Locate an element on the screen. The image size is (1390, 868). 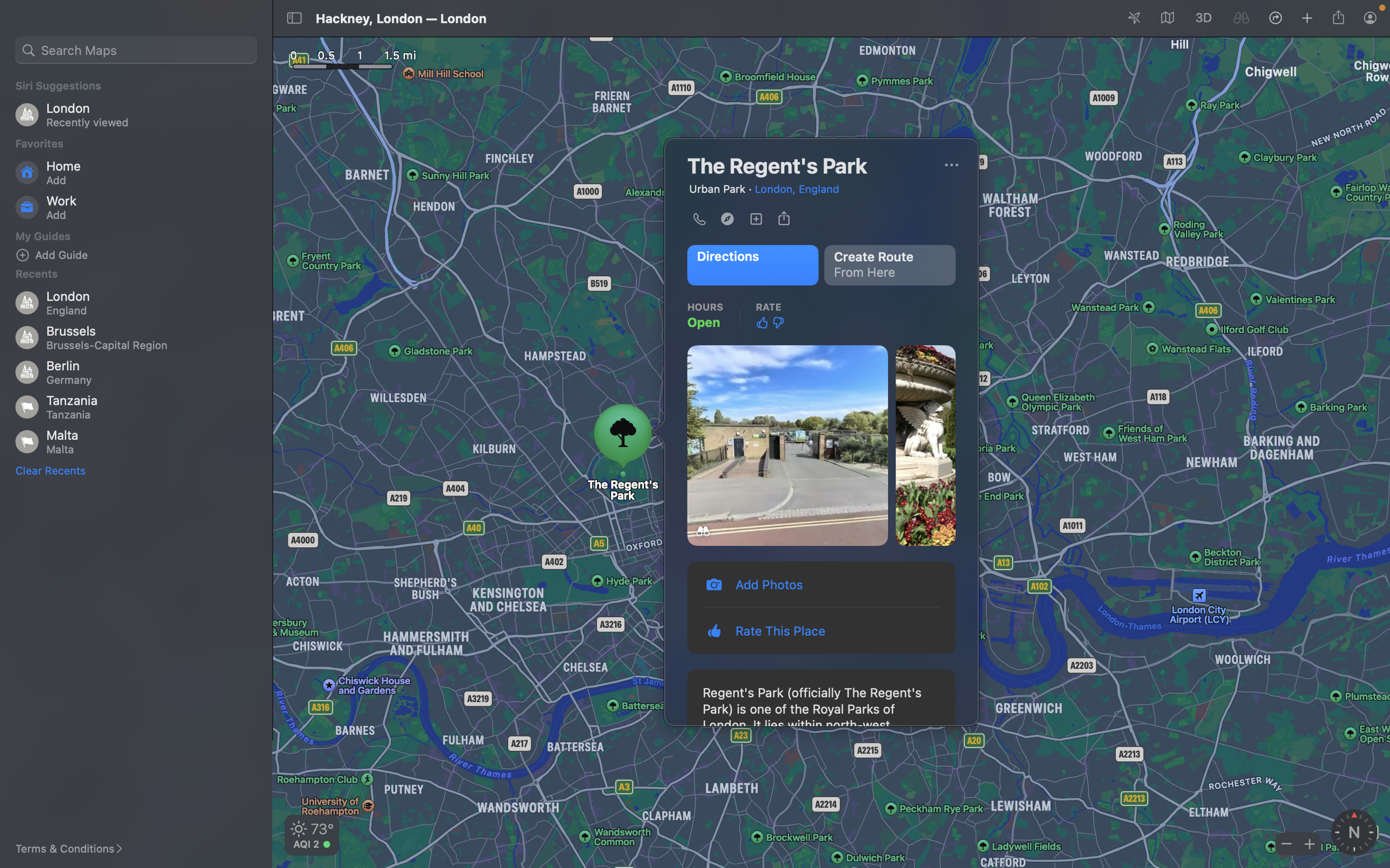
Look for proximate eateries by typing "restaurants" into the search bar is located at coordinates (134, 48).